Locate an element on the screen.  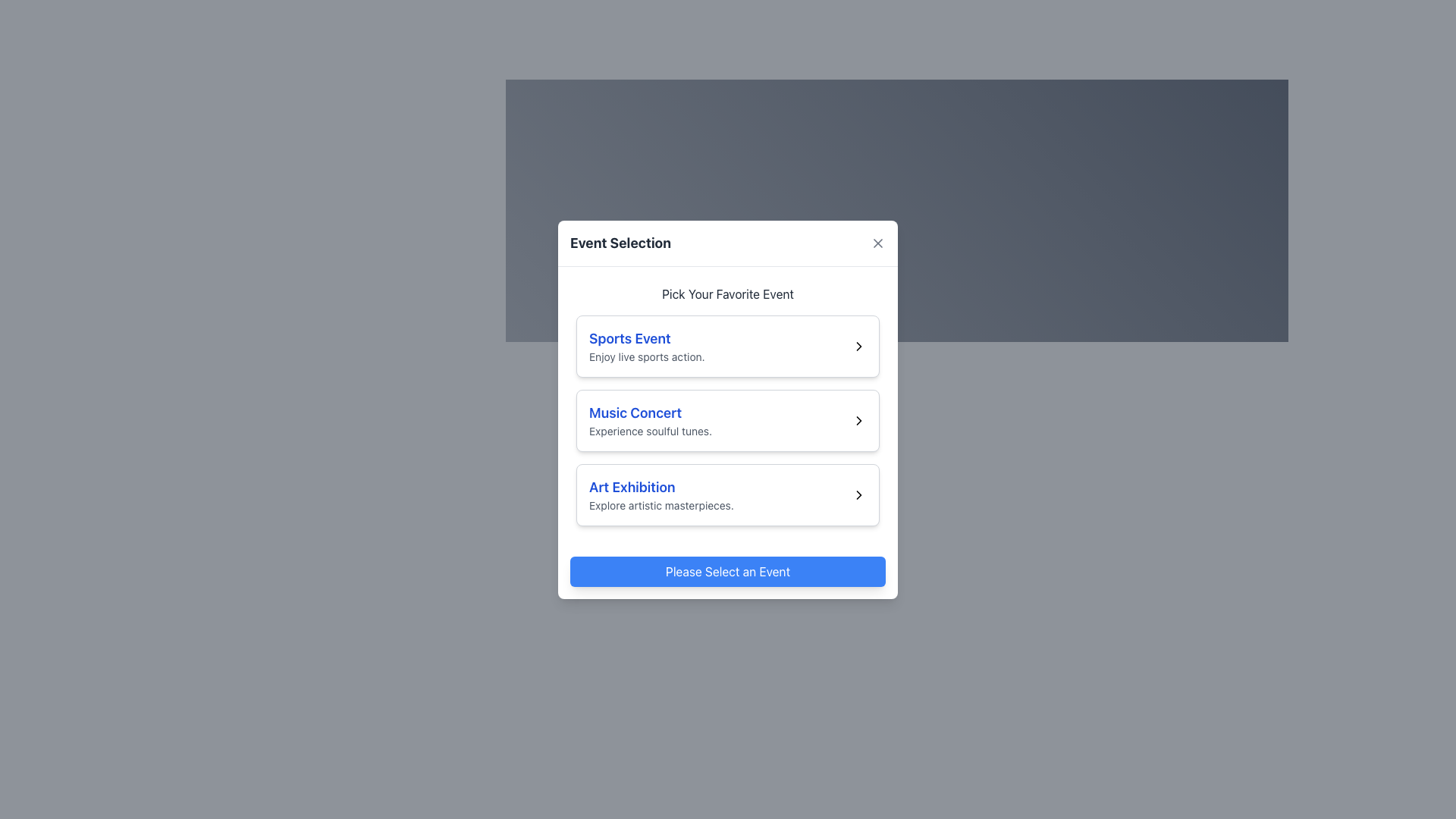
the chevron icon located at the far right end of the 'Music Concert' list item is located at coordinates (858, 420).